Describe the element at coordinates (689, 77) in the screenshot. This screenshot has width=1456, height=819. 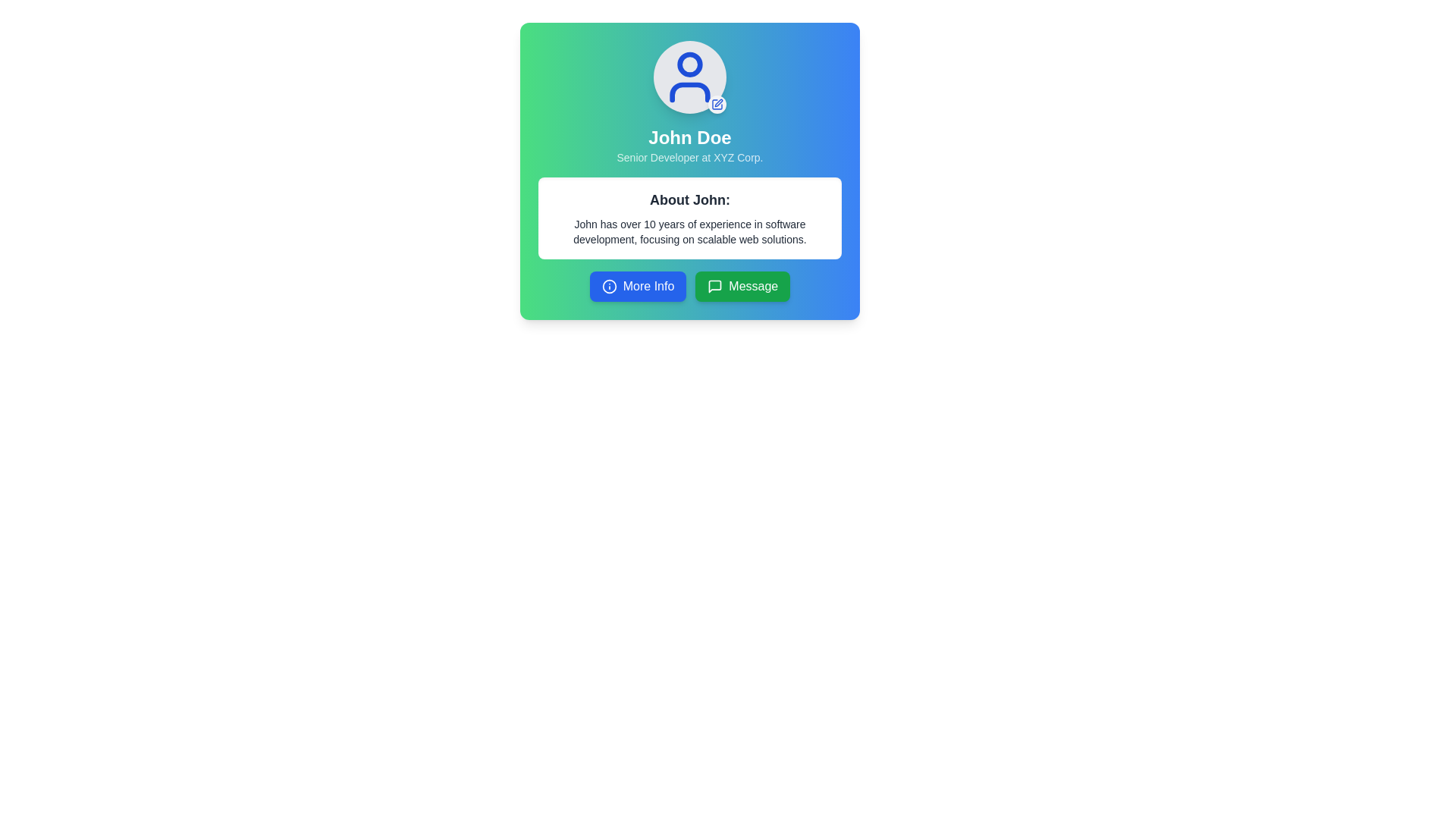
I see `the user avatar icon located at the top center of the profile card` at that location.